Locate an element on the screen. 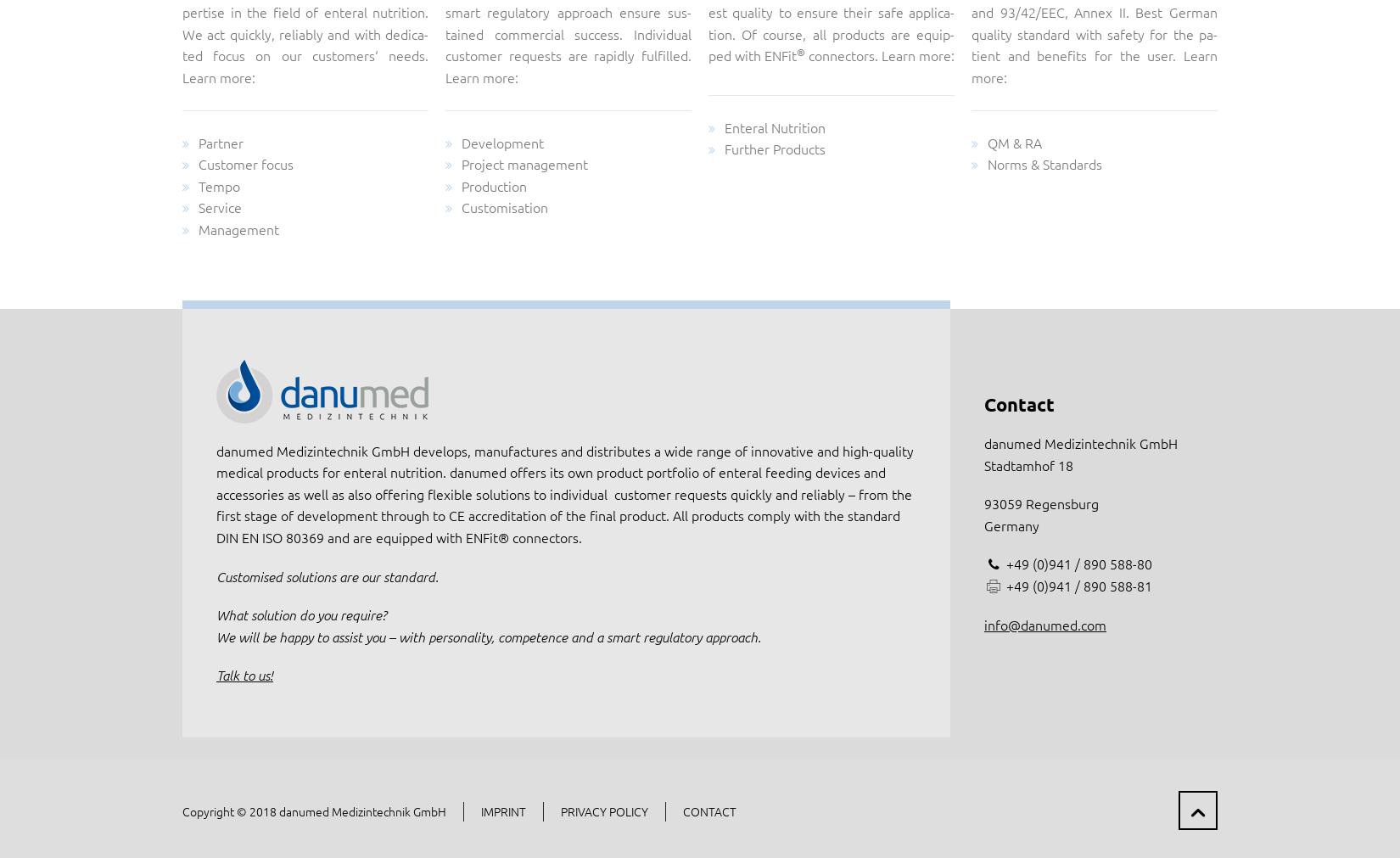 The image size is (1400, 858). 'Tempo' is located at coordinates (198, 184).